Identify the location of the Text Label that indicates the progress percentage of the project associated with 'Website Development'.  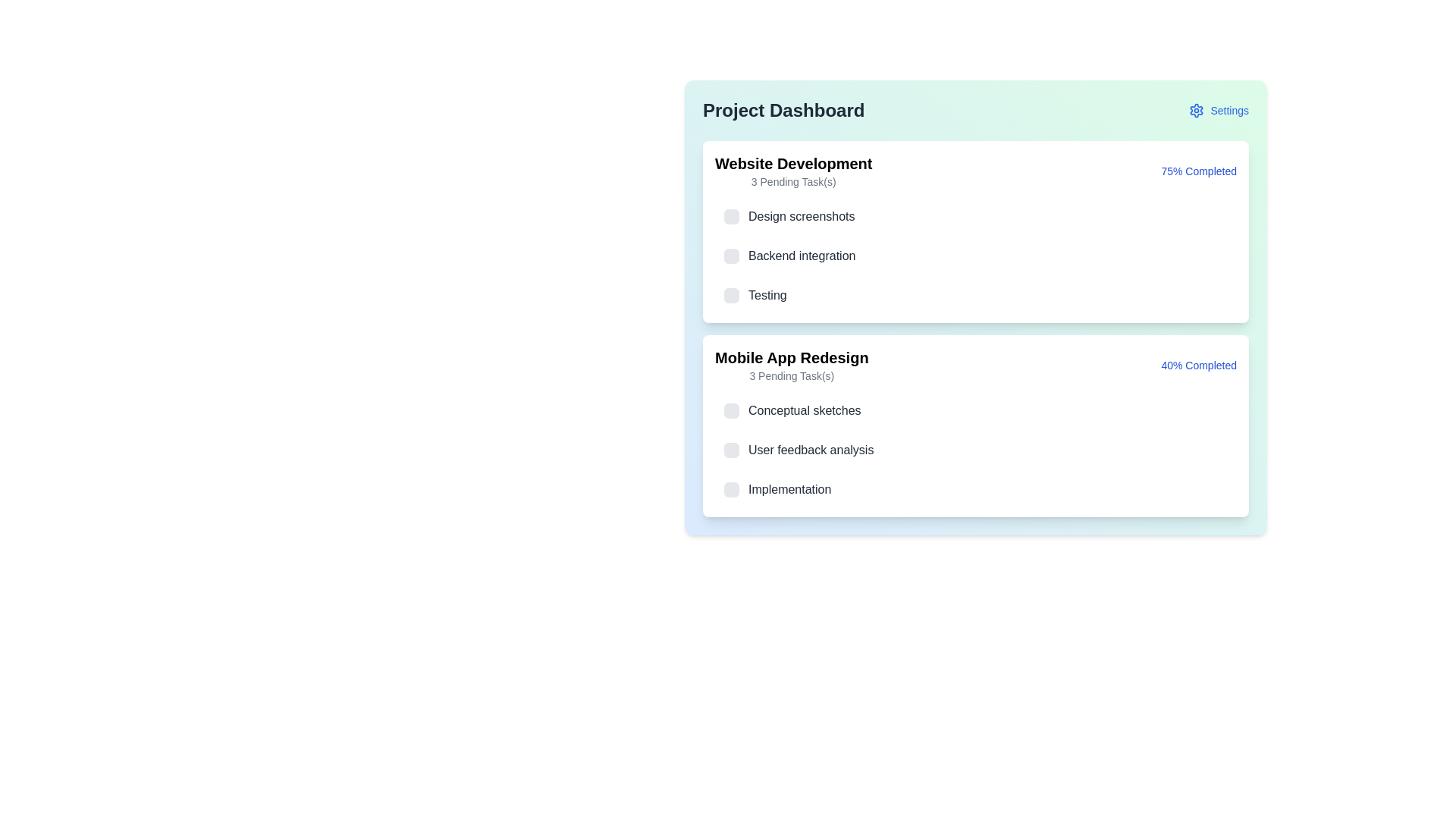
(1198, 171).